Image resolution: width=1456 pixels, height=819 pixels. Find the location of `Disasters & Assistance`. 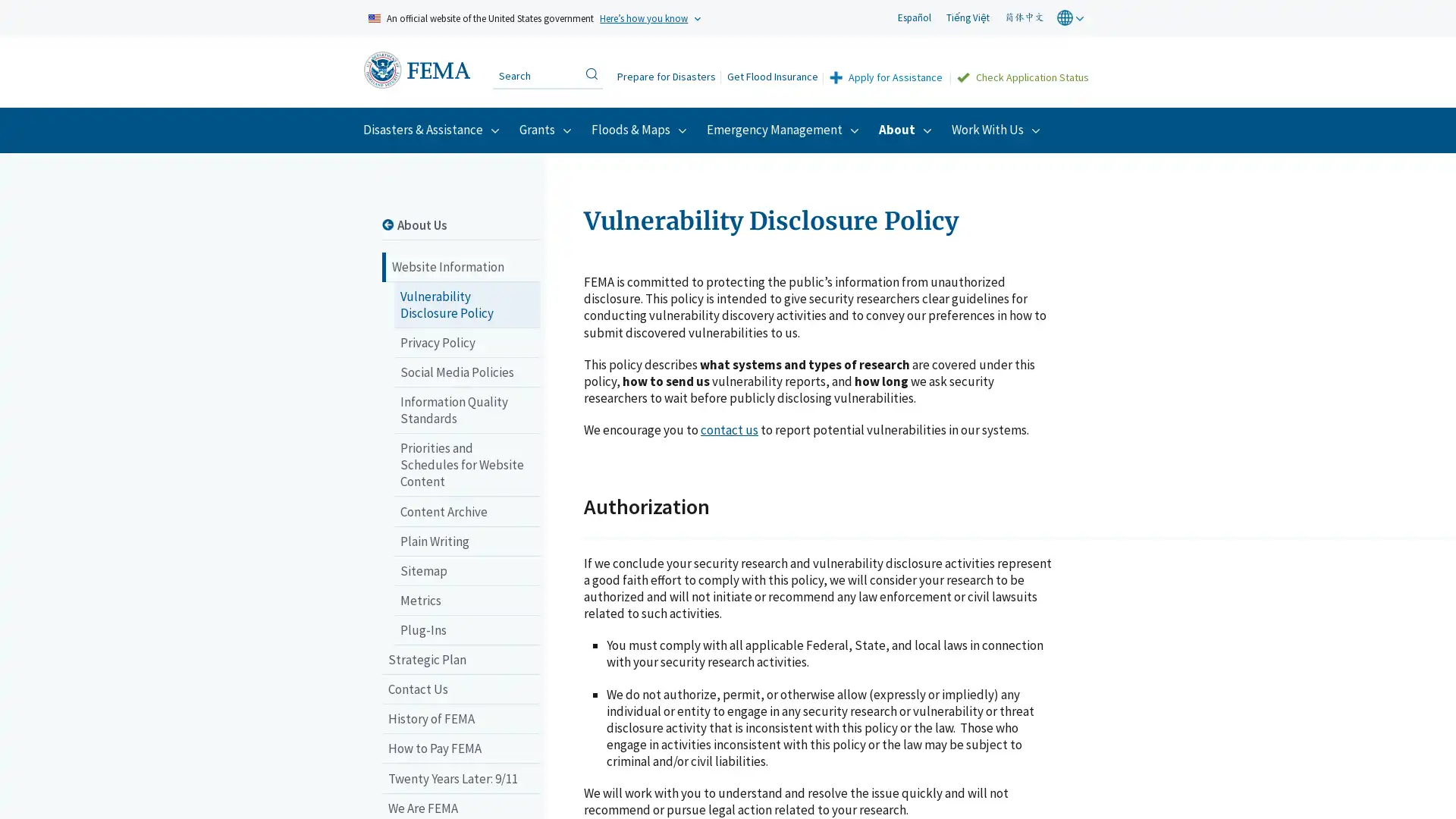

Disasters & Assistance is located at coordinates (432, 128).